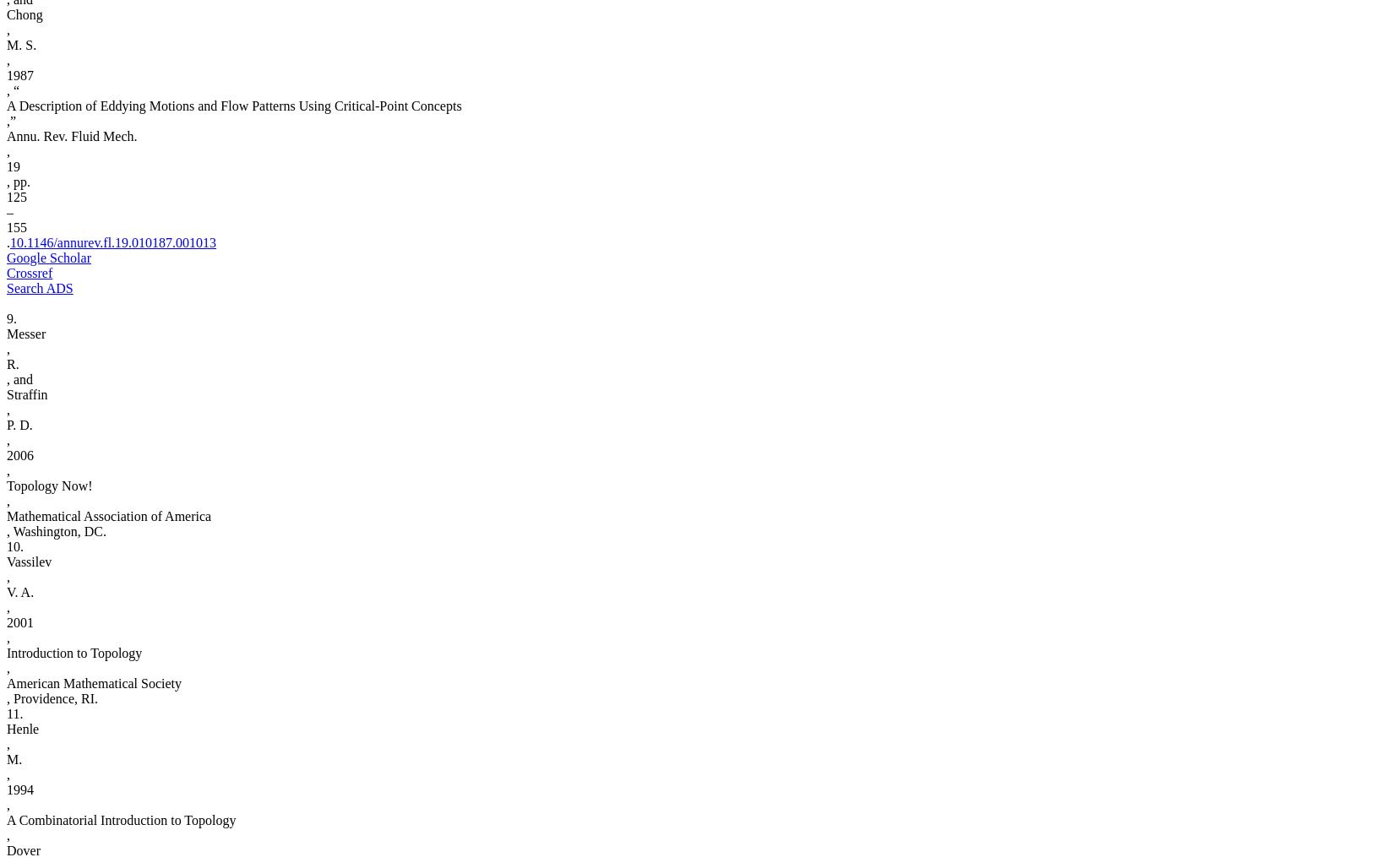 The width and height of the screenshot is (1399, 868). What do you see at coordinates (12, 364) in the screenshot?
I see `'R.'` at bounding box center [12, 364].